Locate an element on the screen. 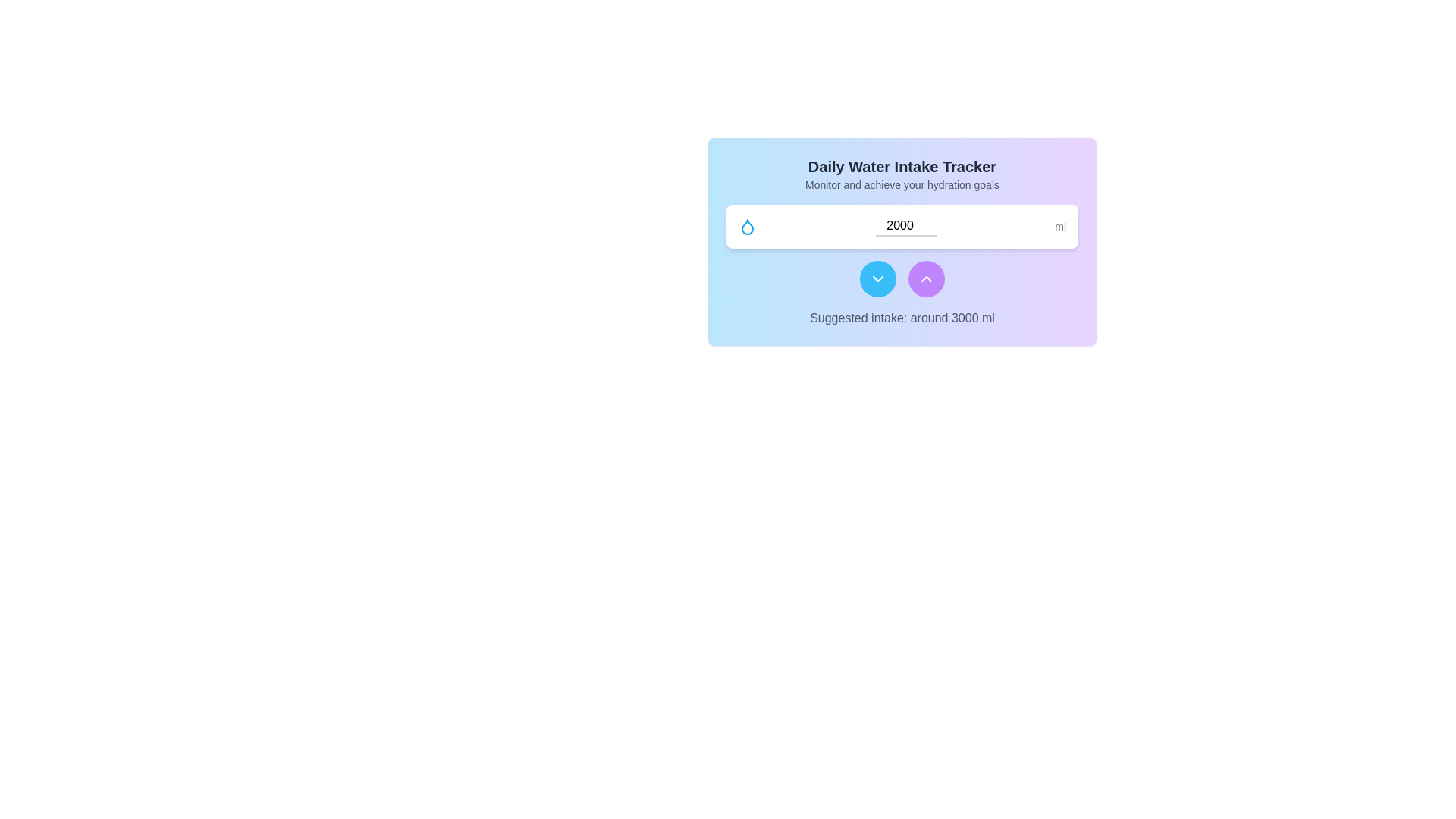  the circular button with a purple background and a white upwards arrow icon, located to the right of the blue button with a downward white arrow is located at coordinates (926, 278).